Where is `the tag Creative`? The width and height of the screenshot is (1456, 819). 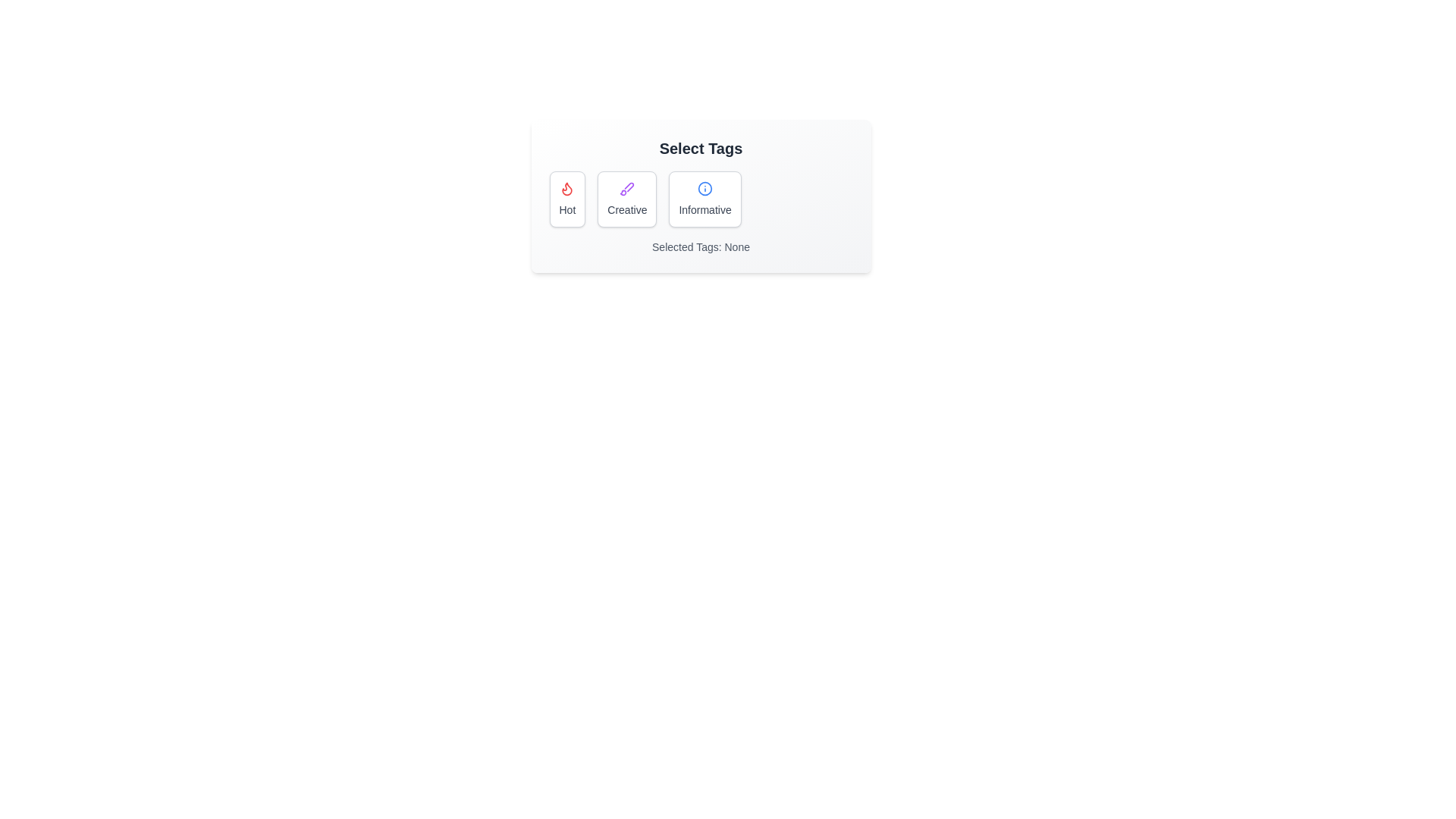
the tag Creative is located at coordinates (627, 198).